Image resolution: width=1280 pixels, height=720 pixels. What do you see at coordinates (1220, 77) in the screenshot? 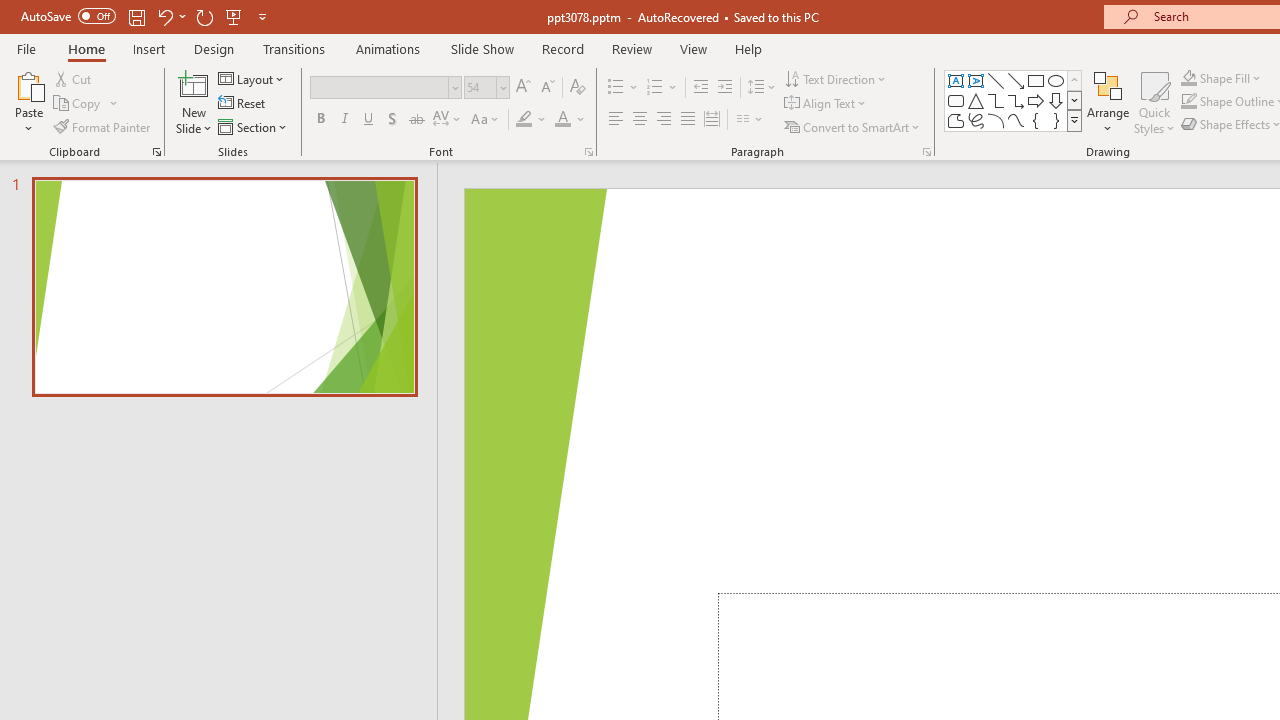
I see `'Shape Fill'` at bounding box center [1220, 77].